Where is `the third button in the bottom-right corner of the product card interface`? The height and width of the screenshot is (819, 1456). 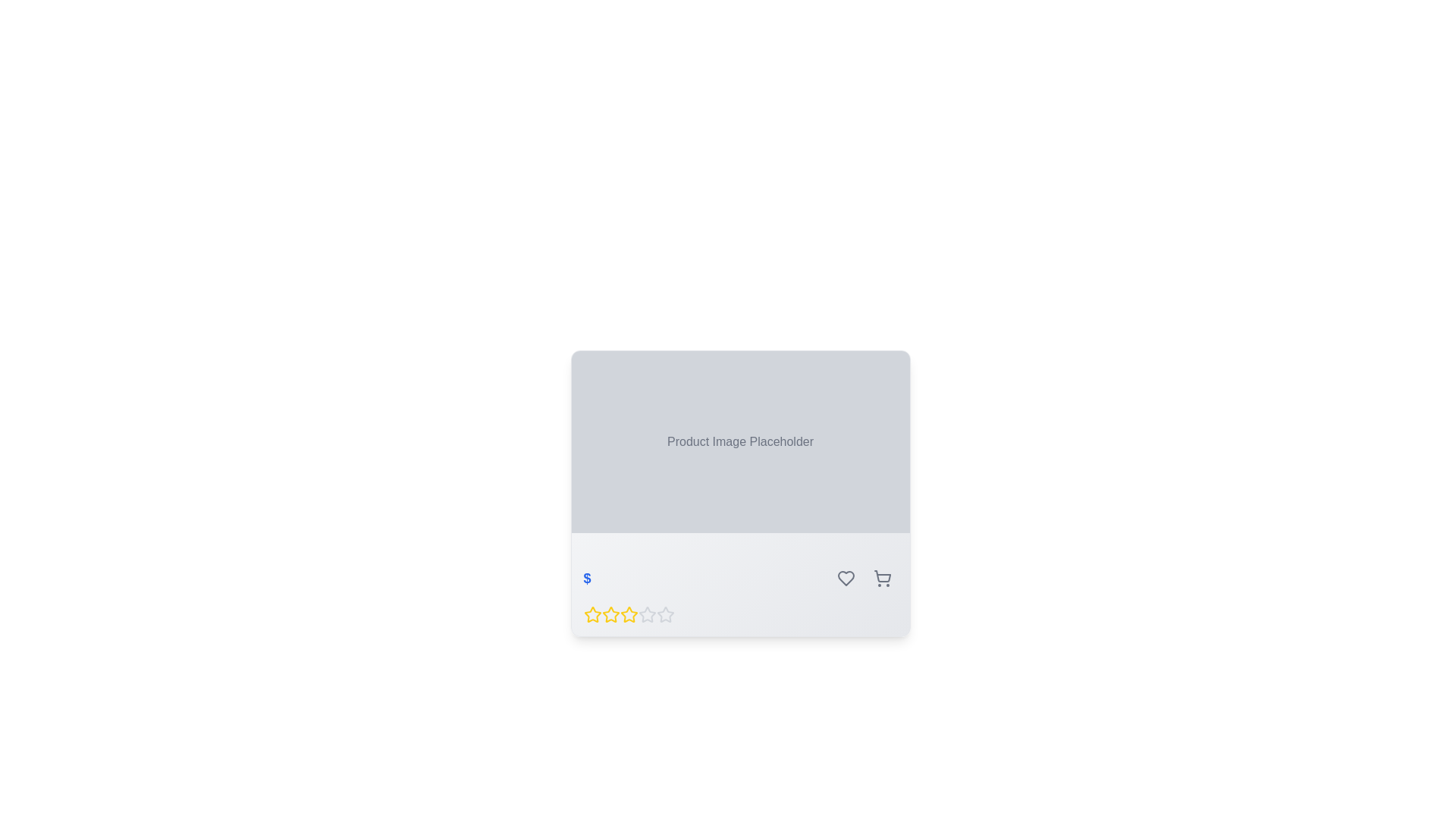
the third button in the bottom-right corner of the product card interface is located at coordinates (882, 579).